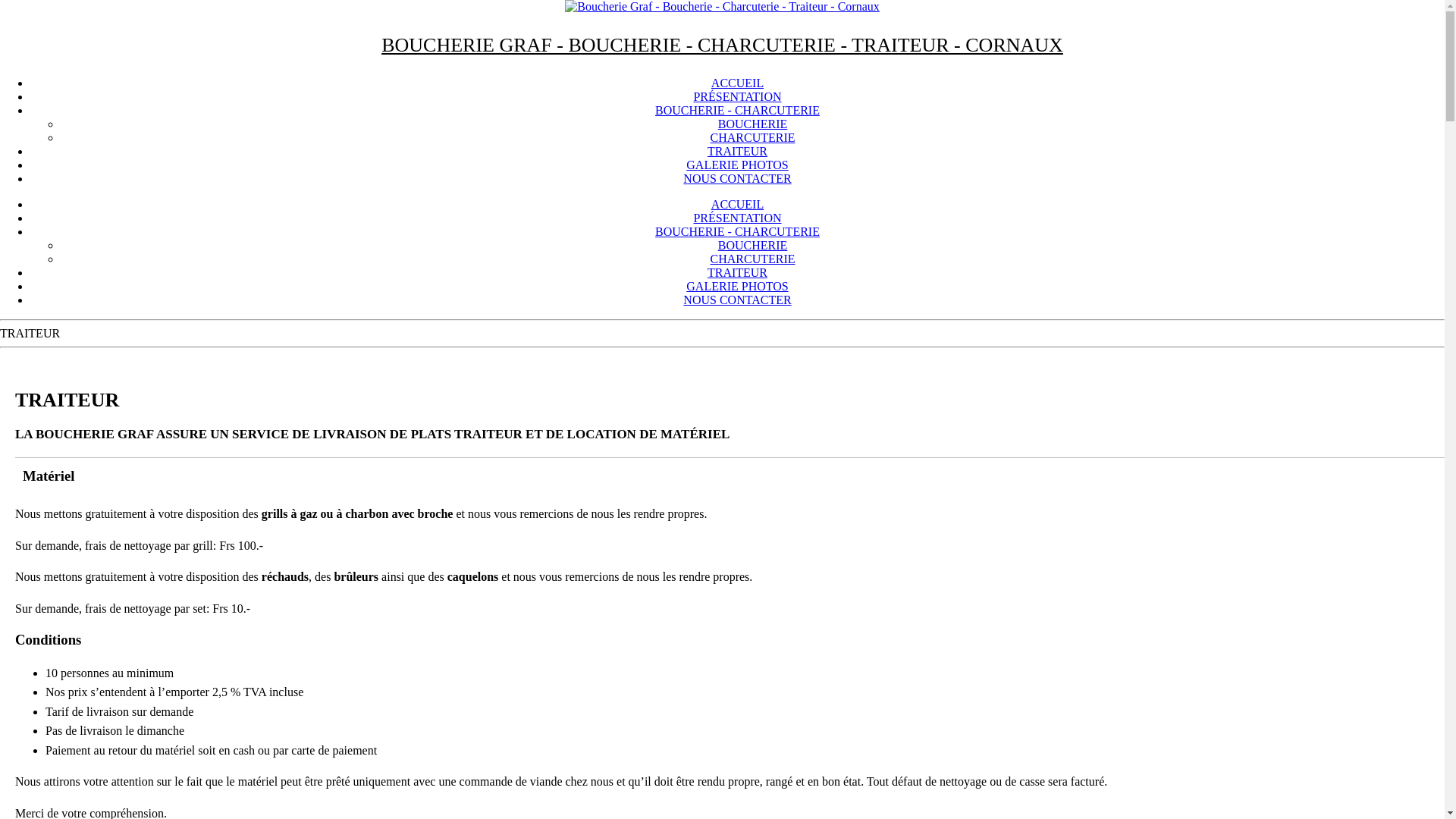 The width and height of the screenshot is (1456, 819). I want to click on 'GALERIE PHOTOS', so click(686, 286).